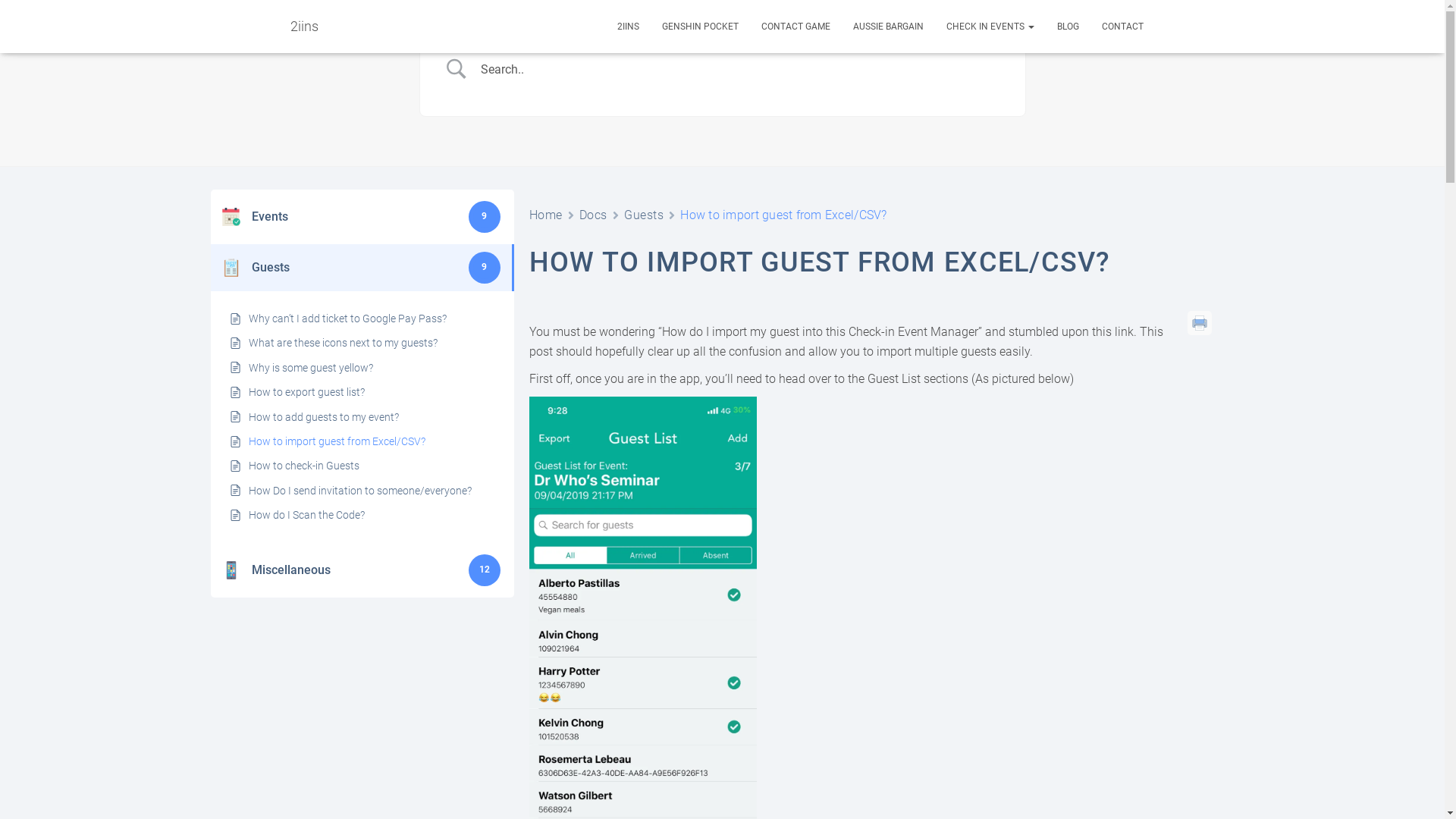 This screenshot has width=1456, height=819. What do you see at coordinates (699, 26) in the screenshot?
I see `'GENSHIN POCKET'` at bounding box center [699, 26].